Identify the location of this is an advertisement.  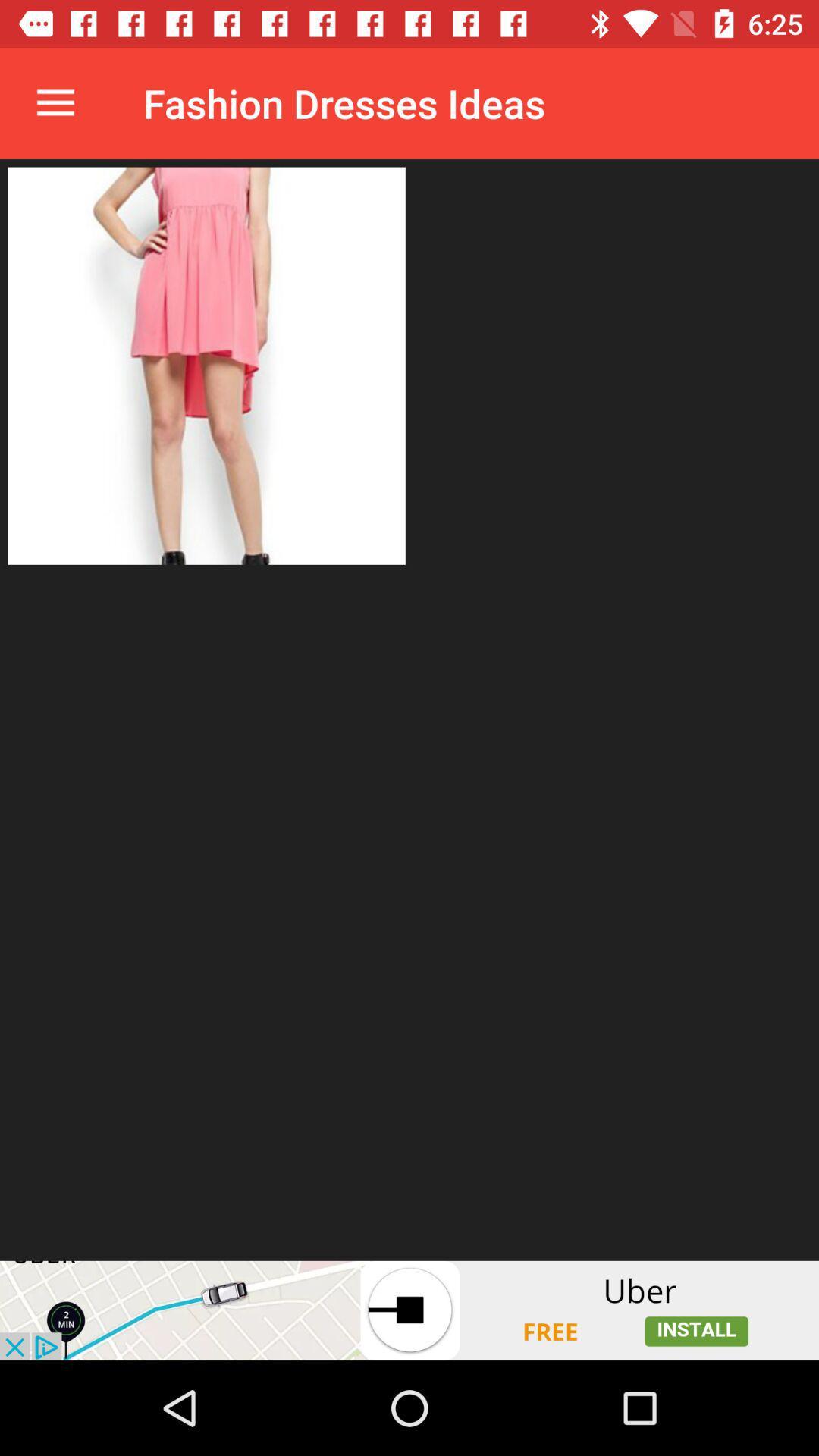
(409, 1310).